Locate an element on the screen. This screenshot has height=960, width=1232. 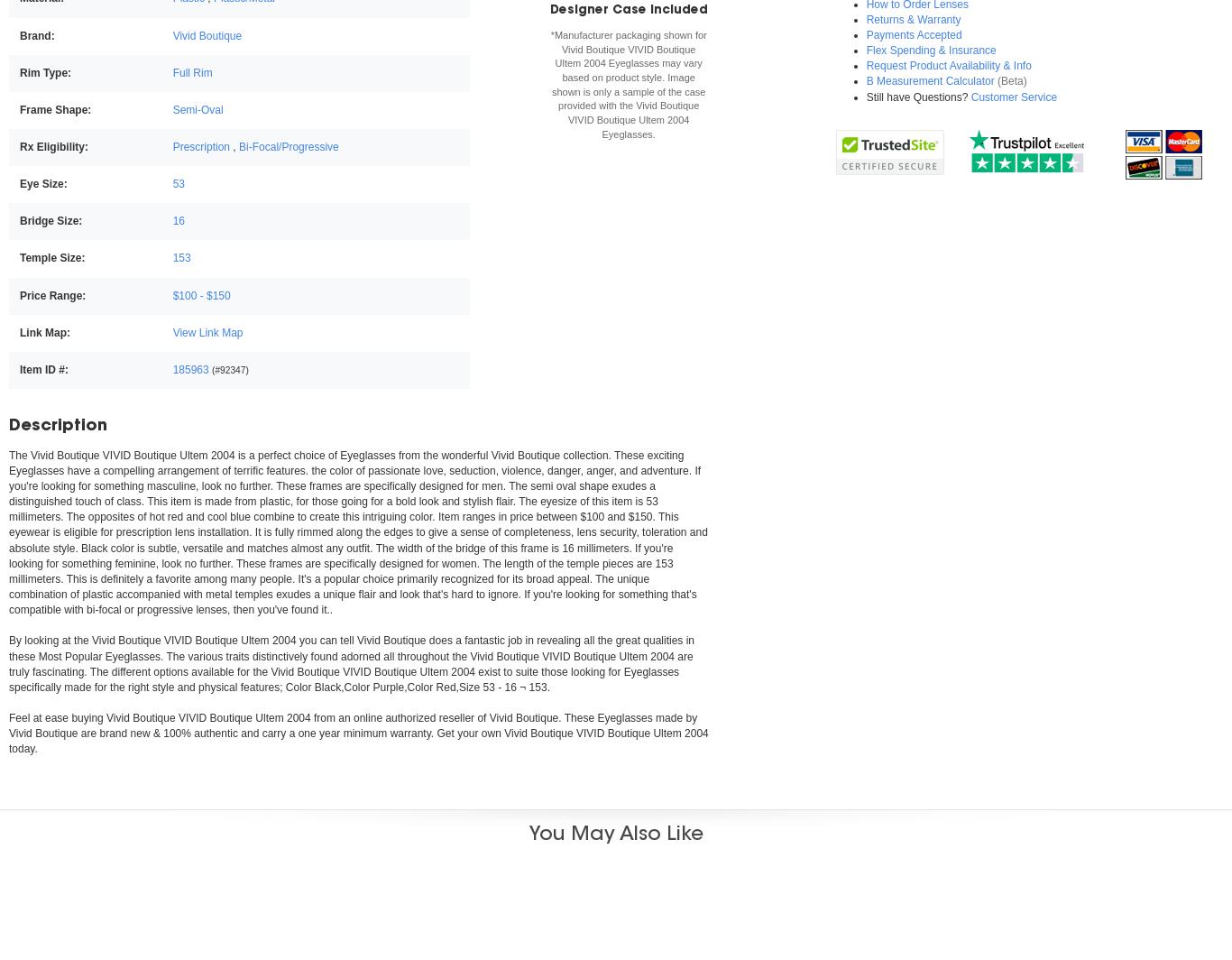
'are truly fascinating. The different options available for the' is located at coordinates (350, 663).